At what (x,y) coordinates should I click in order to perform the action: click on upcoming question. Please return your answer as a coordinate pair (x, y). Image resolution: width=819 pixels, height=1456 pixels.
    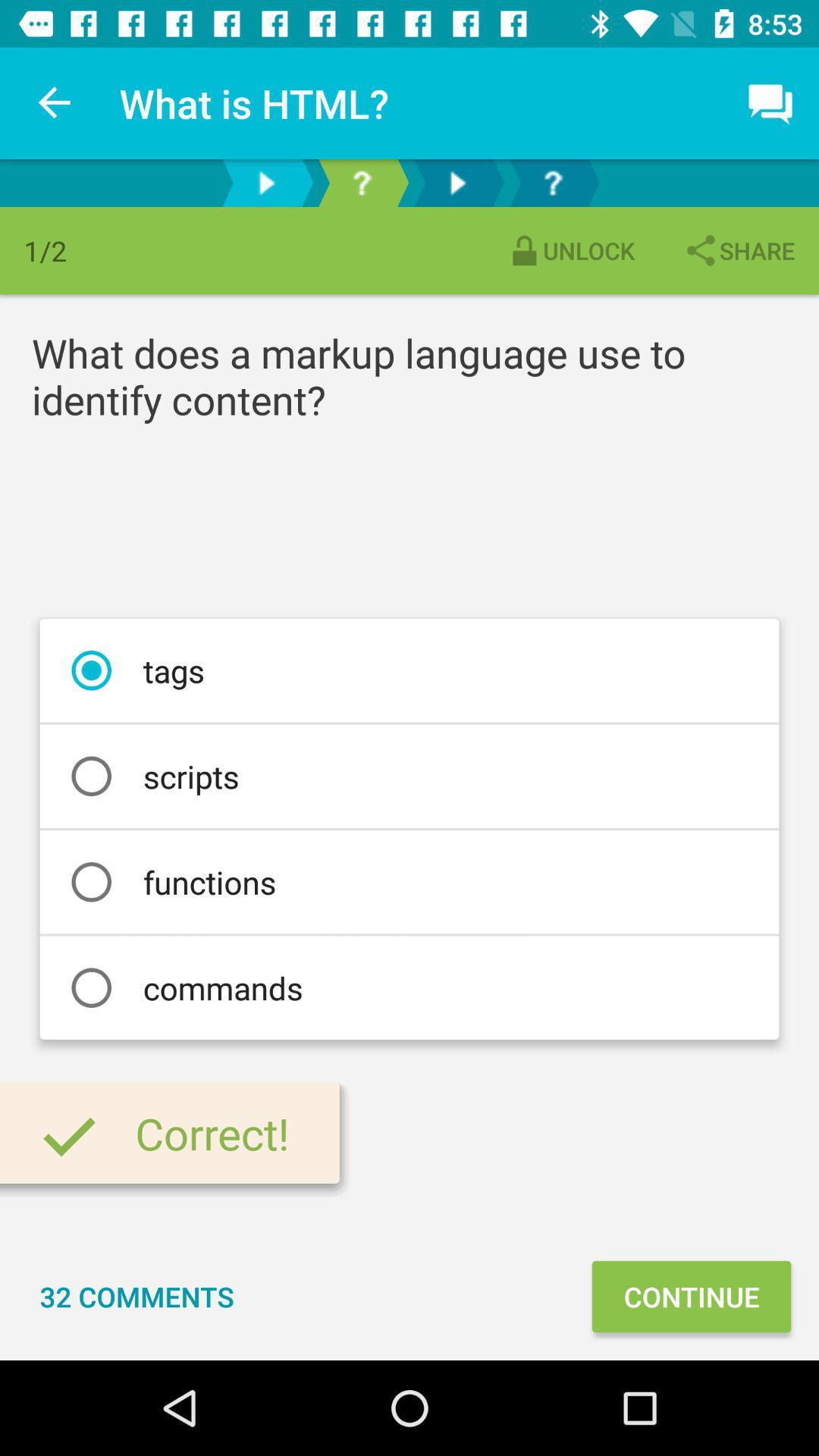
    Looking at the image, I should click on (553, 182).